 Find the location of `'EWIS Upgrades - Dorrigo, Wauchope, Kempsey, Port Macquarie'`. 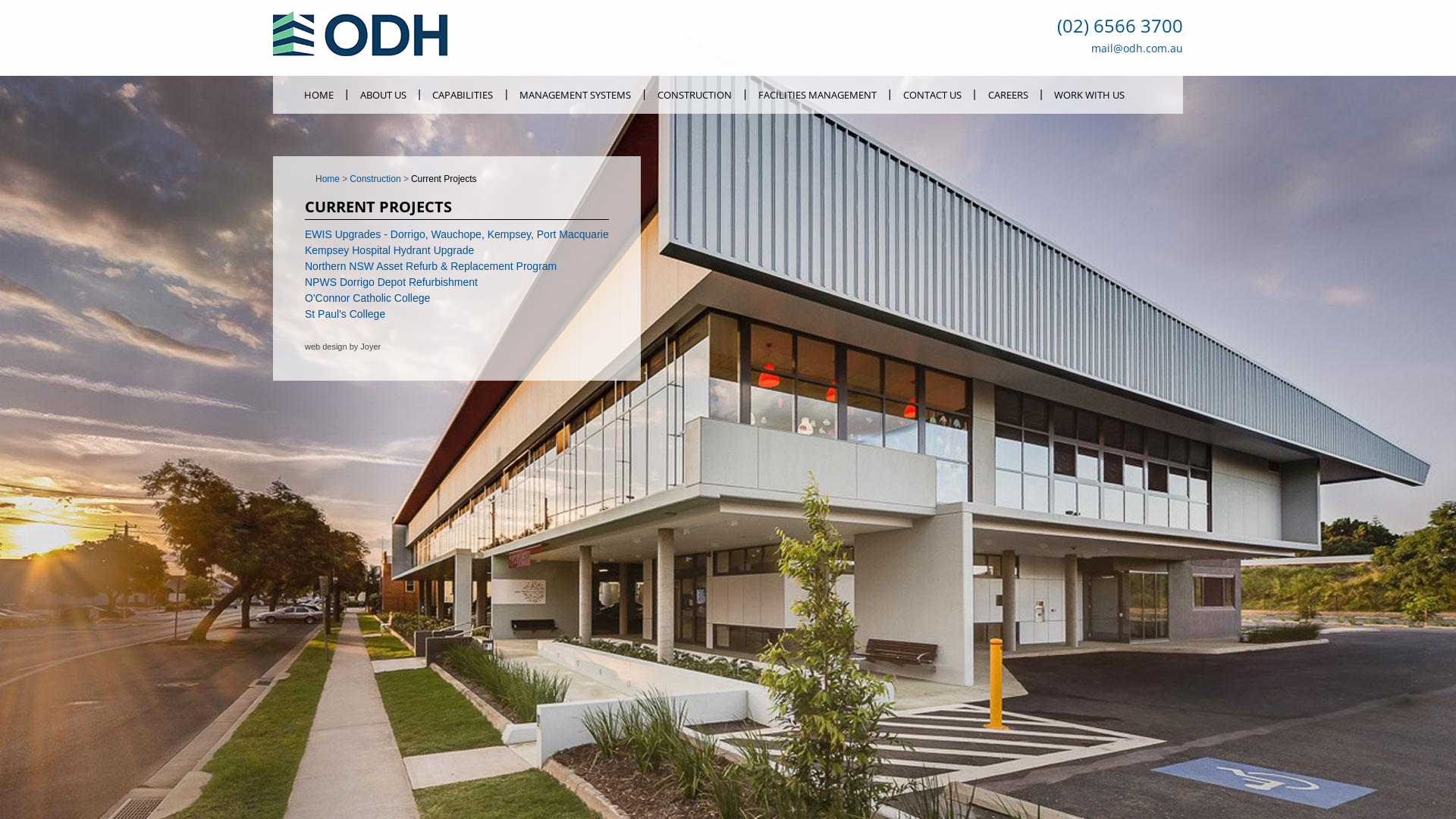

'EWIS Upgrades - Dorrigo, Wauchope, Kempsey, Port Macquarie' is located at coordinates (456, 234).